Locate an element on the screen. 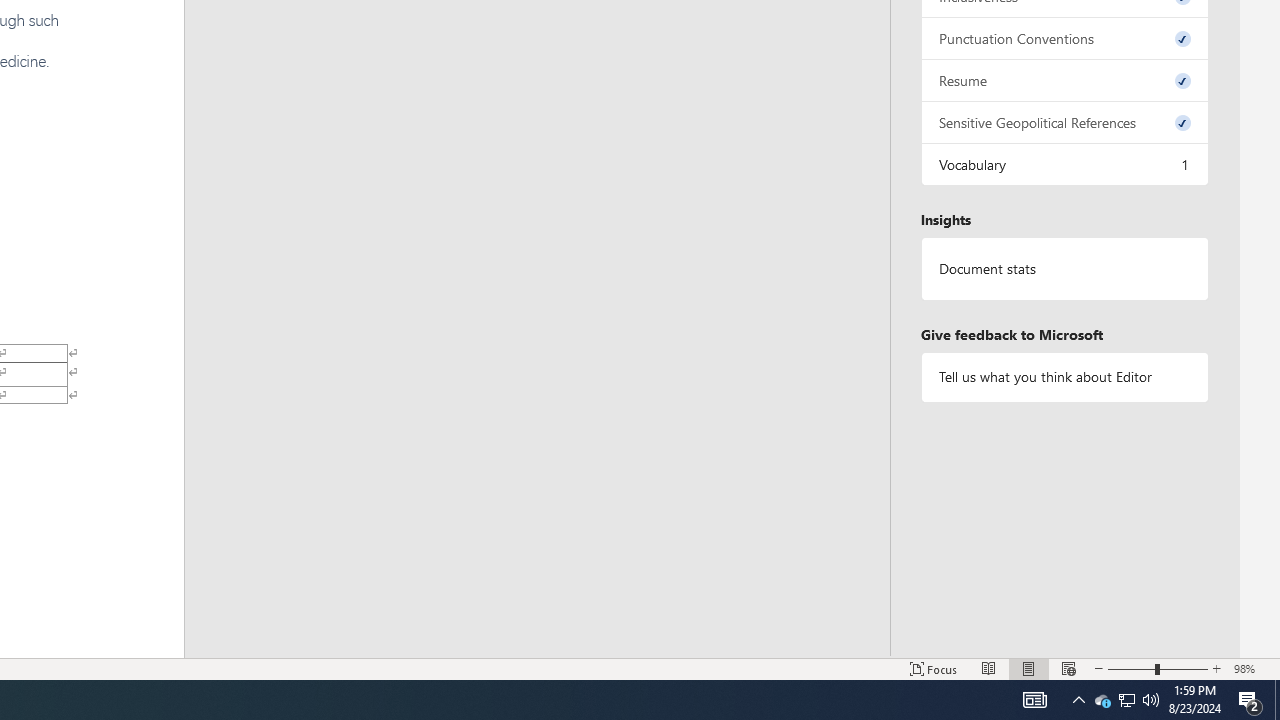 The image size is (1280, 720). 'Tell us what you think about Editor' is located at coordinates (1063, 377).